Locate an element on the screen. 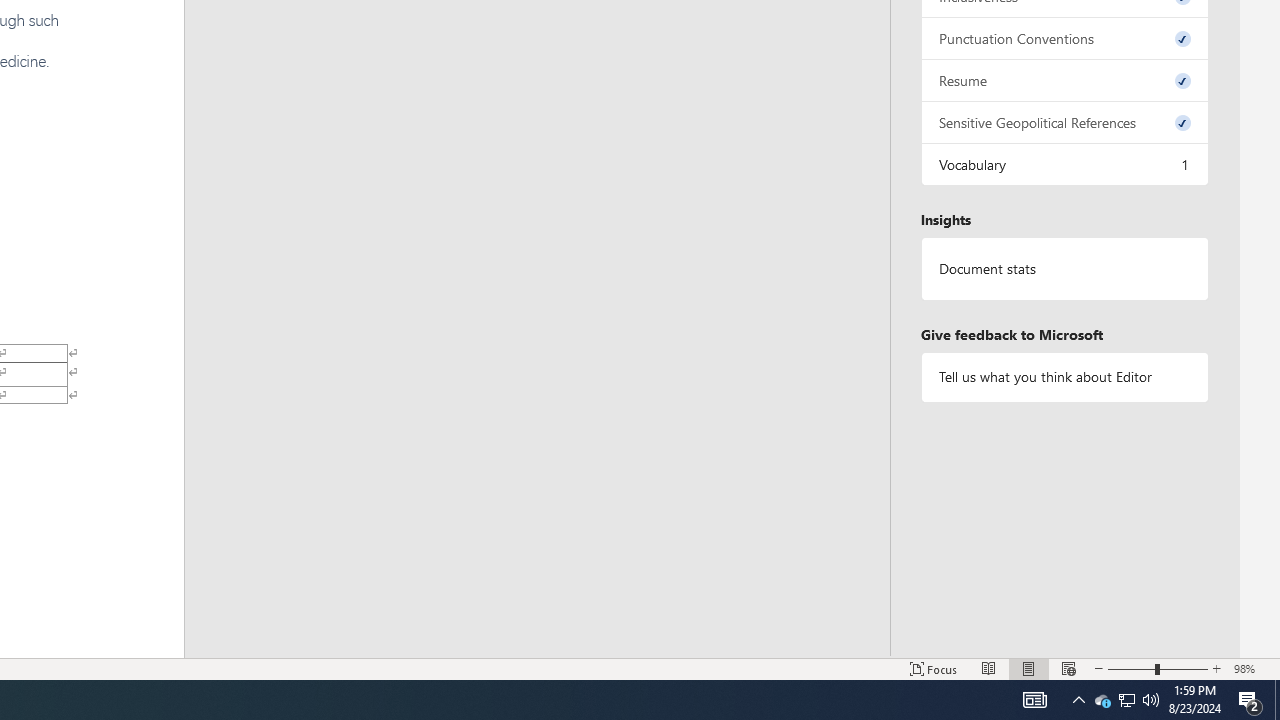 The image size is (1280, 720). 'Tell us what you think about Editor' is located at coordinates (1063, 377).